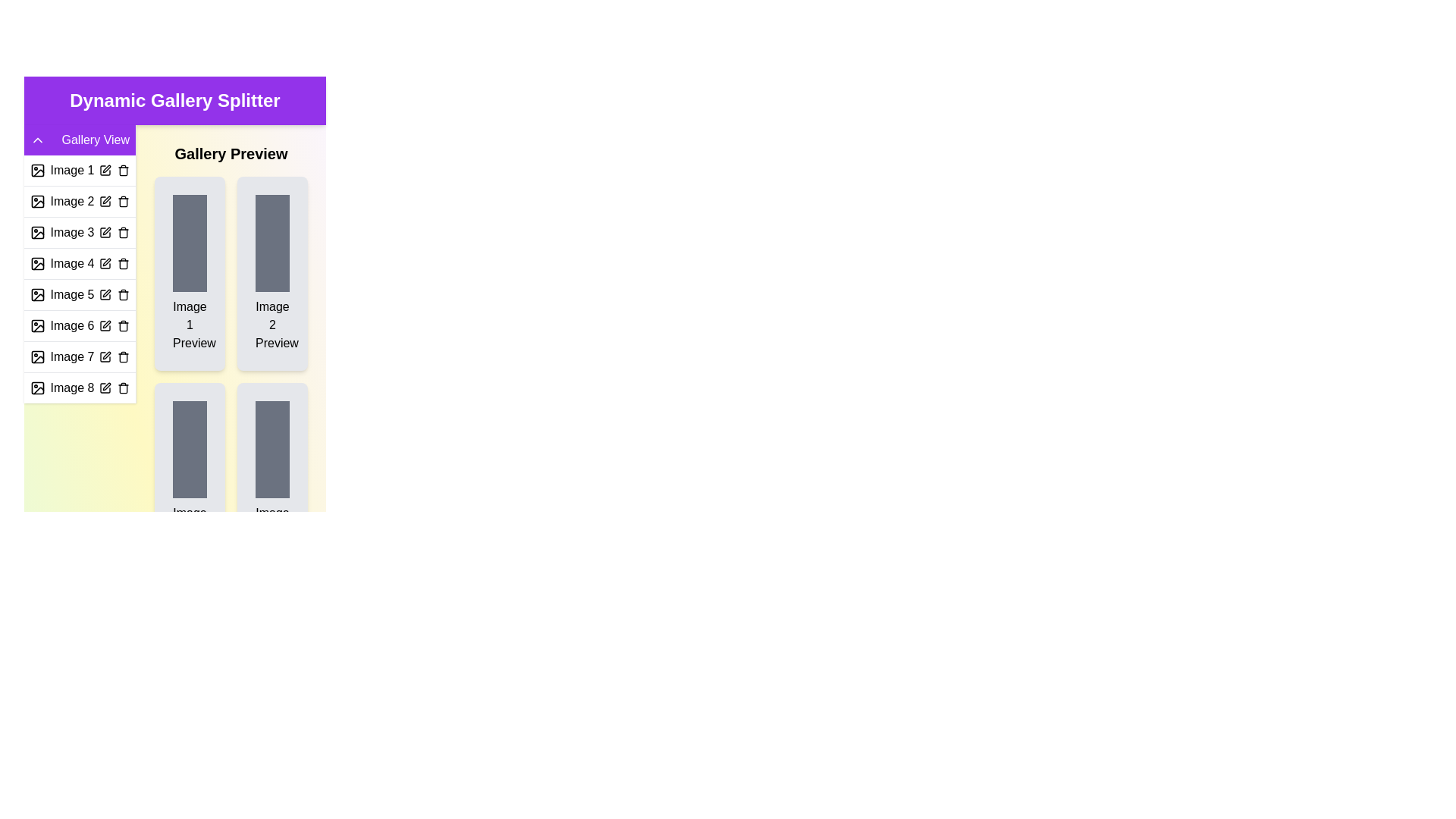 This screenshot has width=1456, height=819. What do you see at coordinates (105, 169) in the screenshot?
I see `the edit pen icon associated with 'Image 1' in the 'Gallery View' list` at bounding box center [105, 169].